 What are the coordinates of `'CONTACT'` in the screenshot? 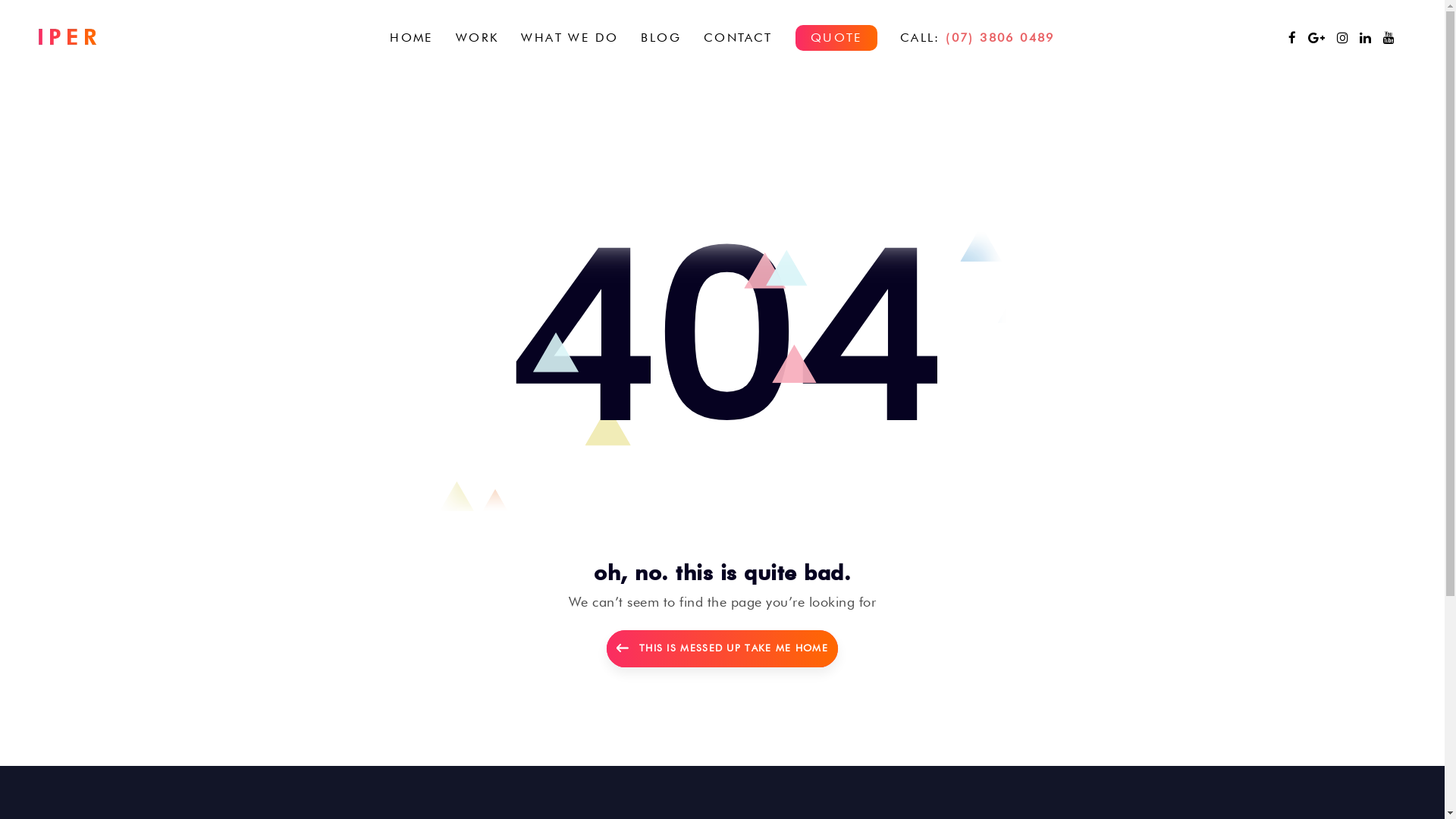 It's located at (738, 36).